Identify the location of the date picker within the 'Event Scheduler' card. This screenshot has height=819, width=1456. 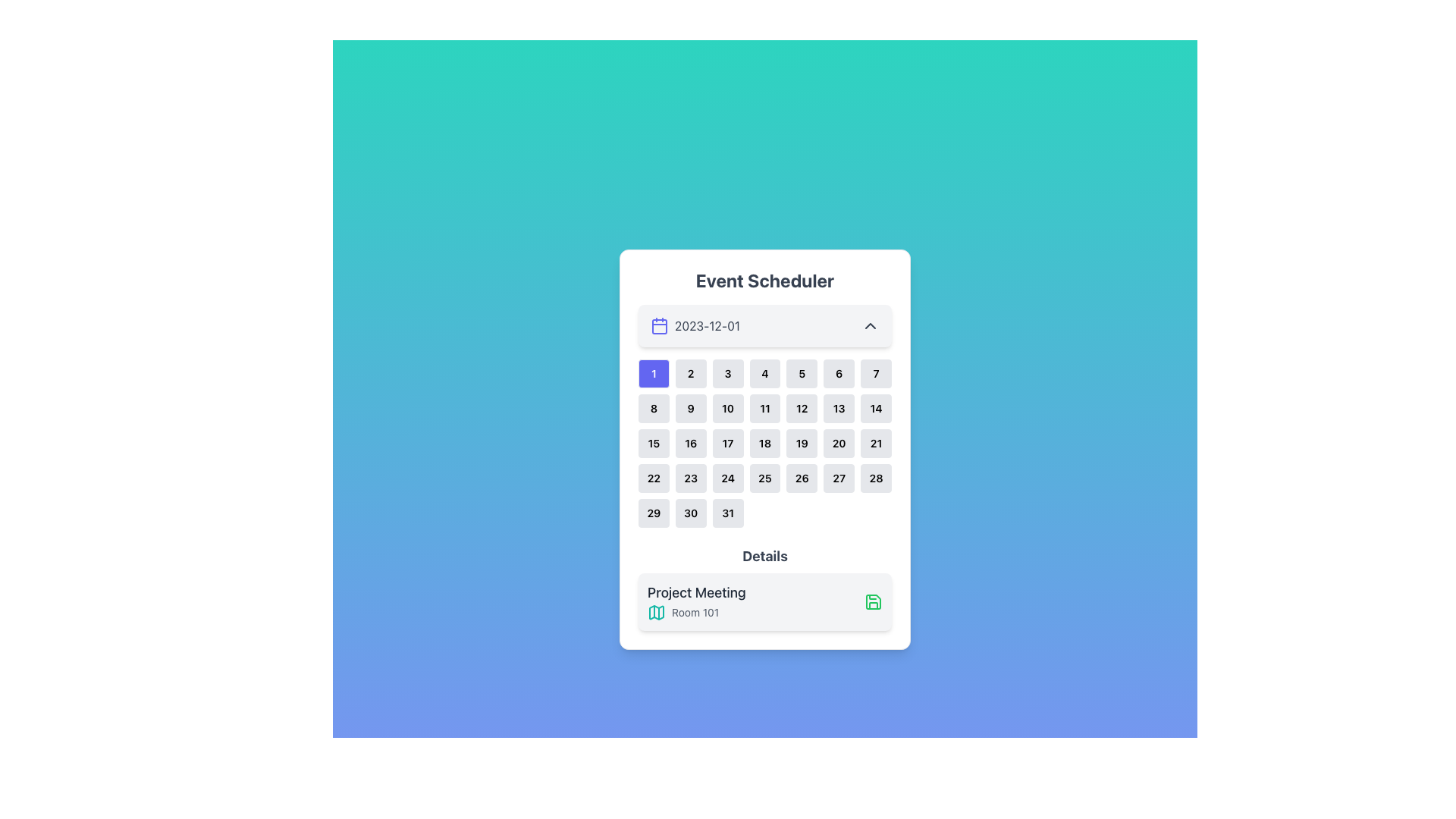
(764, 449).